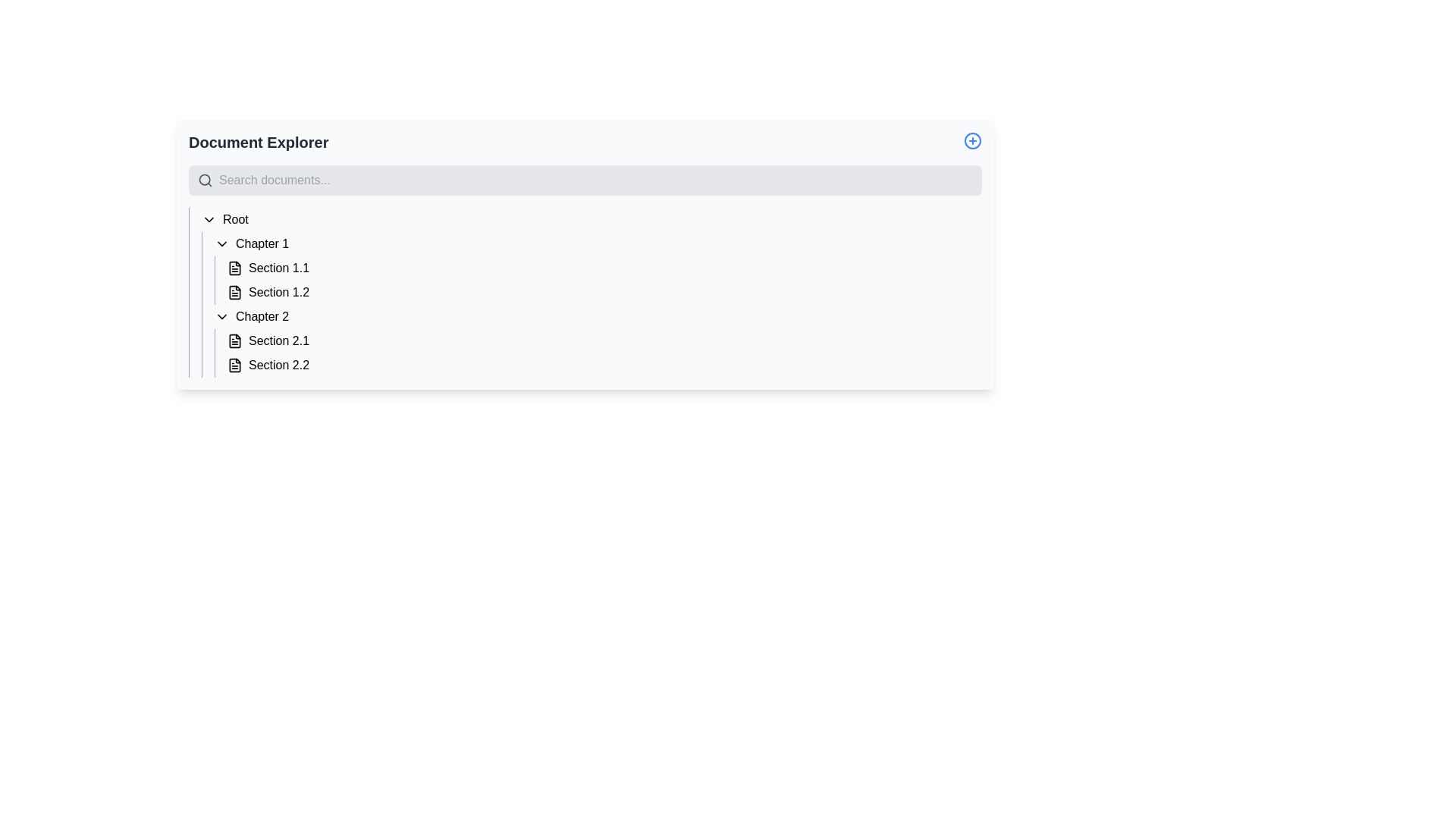 This screenshot has width=1456, height=819. Describe the element at coordinates (234, 341) in the screenshot. I see `the graphical icon representing a document or file next to the entry 'Section 2.1' under 'Chapter 2'` at that location.